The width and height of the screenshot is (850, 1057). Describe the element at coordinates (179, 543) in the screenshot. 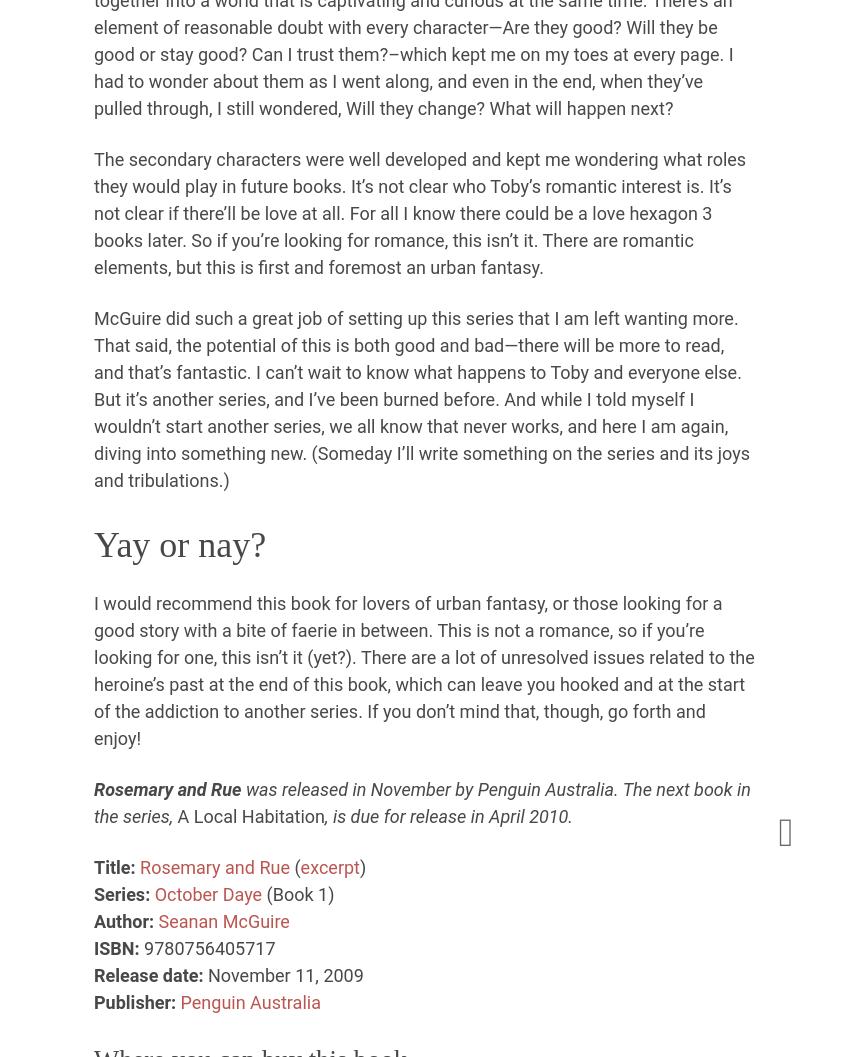

I see `'Yay or nay?'` at that location.